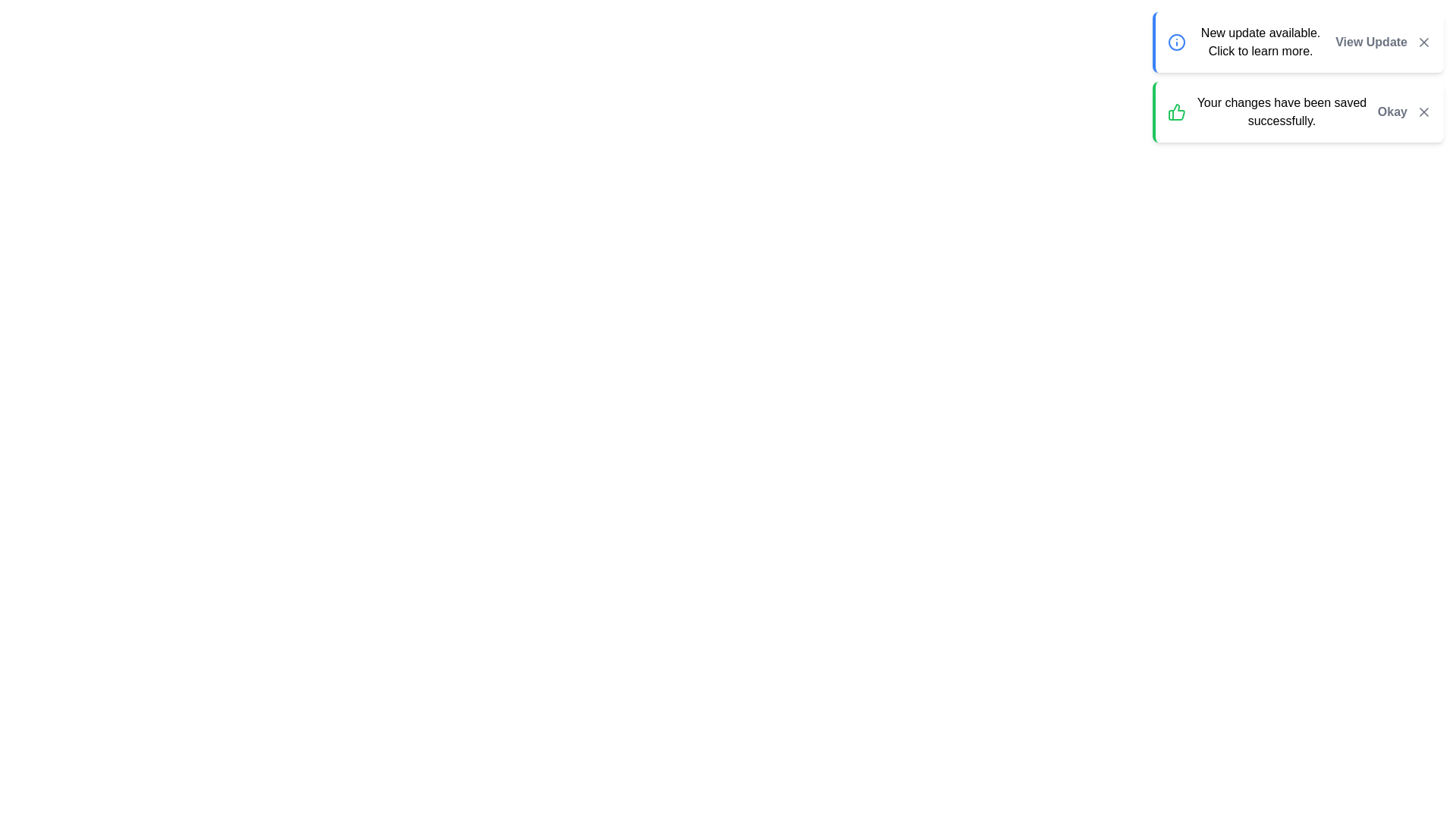 The height and width of the screenshot is (819, 1456). What do you see at coordinates (1260, 42) in the screenshot?
I see `the informational message text located in the top right area of the notification card, positioned between the information icon and the 'View Update' button` at bounding box center [1260, 42].